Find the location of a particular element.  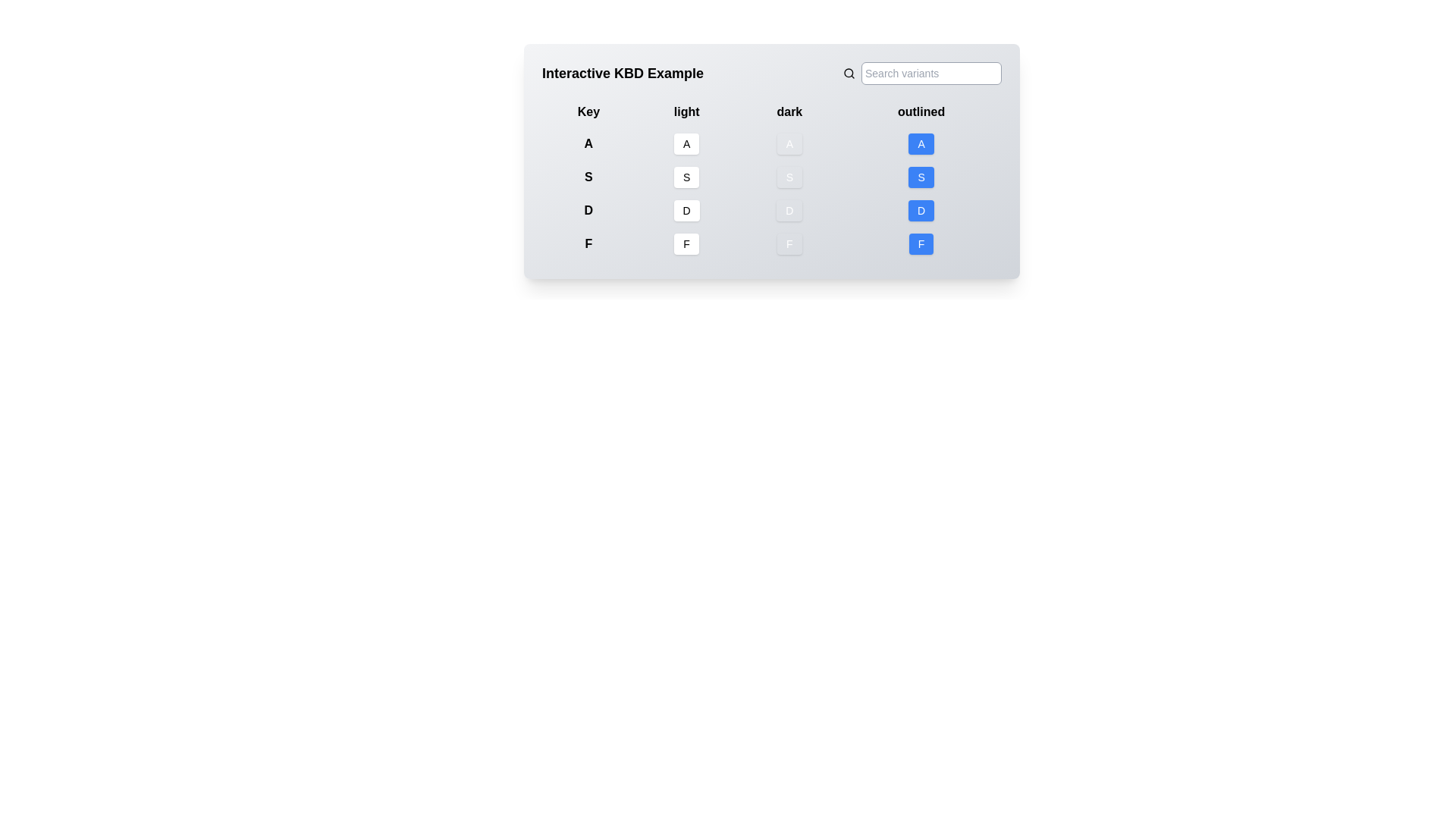

the static label displaying the letter 'D', which is a white-bordered rectangular UI component in the third row of the 'light' column, positioned between 'S' and 'F' is located at coordinates (686, 210).